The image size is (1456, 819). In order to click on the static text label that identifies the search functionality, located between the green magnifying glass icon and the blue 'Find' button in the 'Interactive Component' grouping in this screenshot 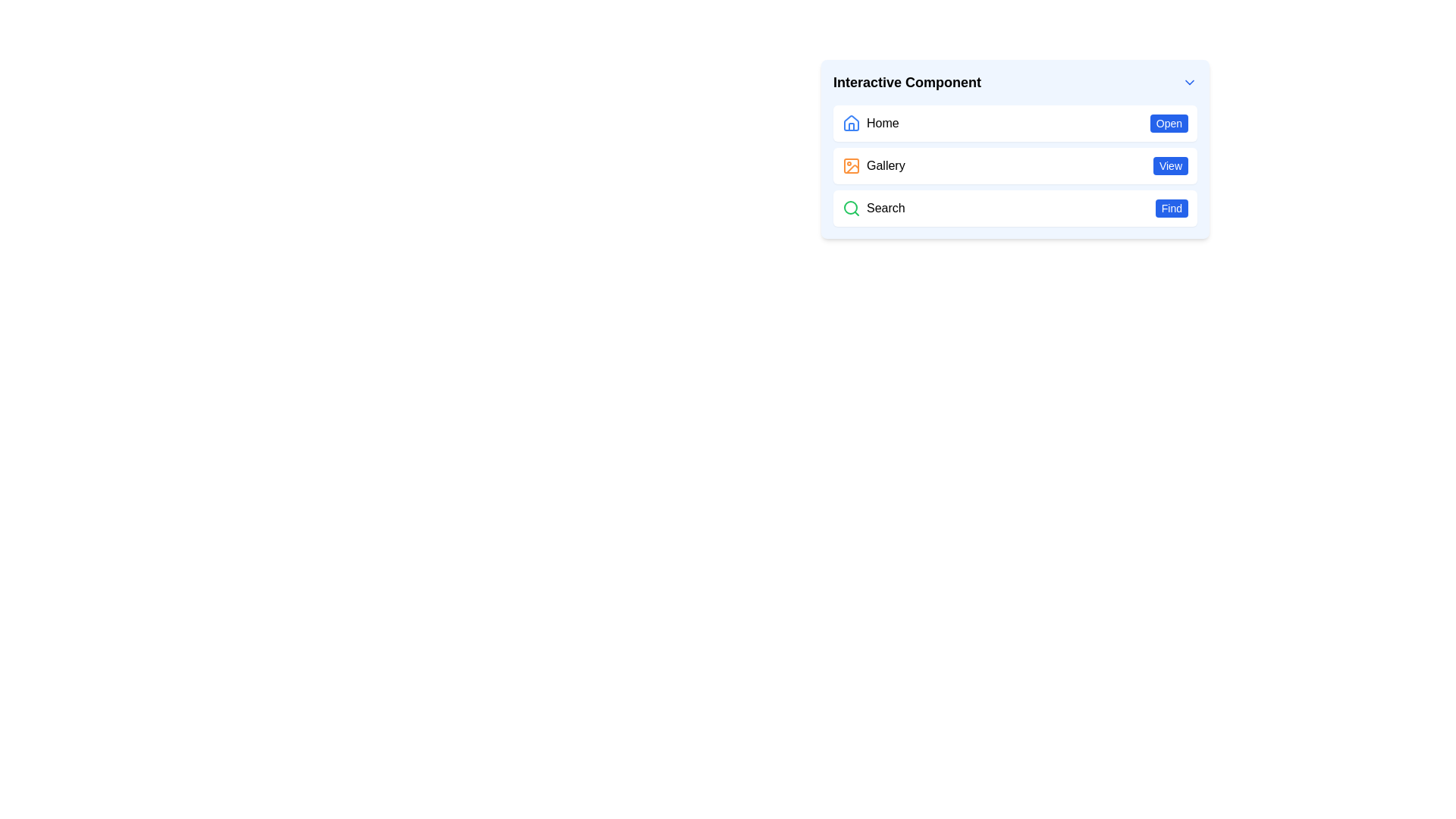, I will do `click(886, 208)`.